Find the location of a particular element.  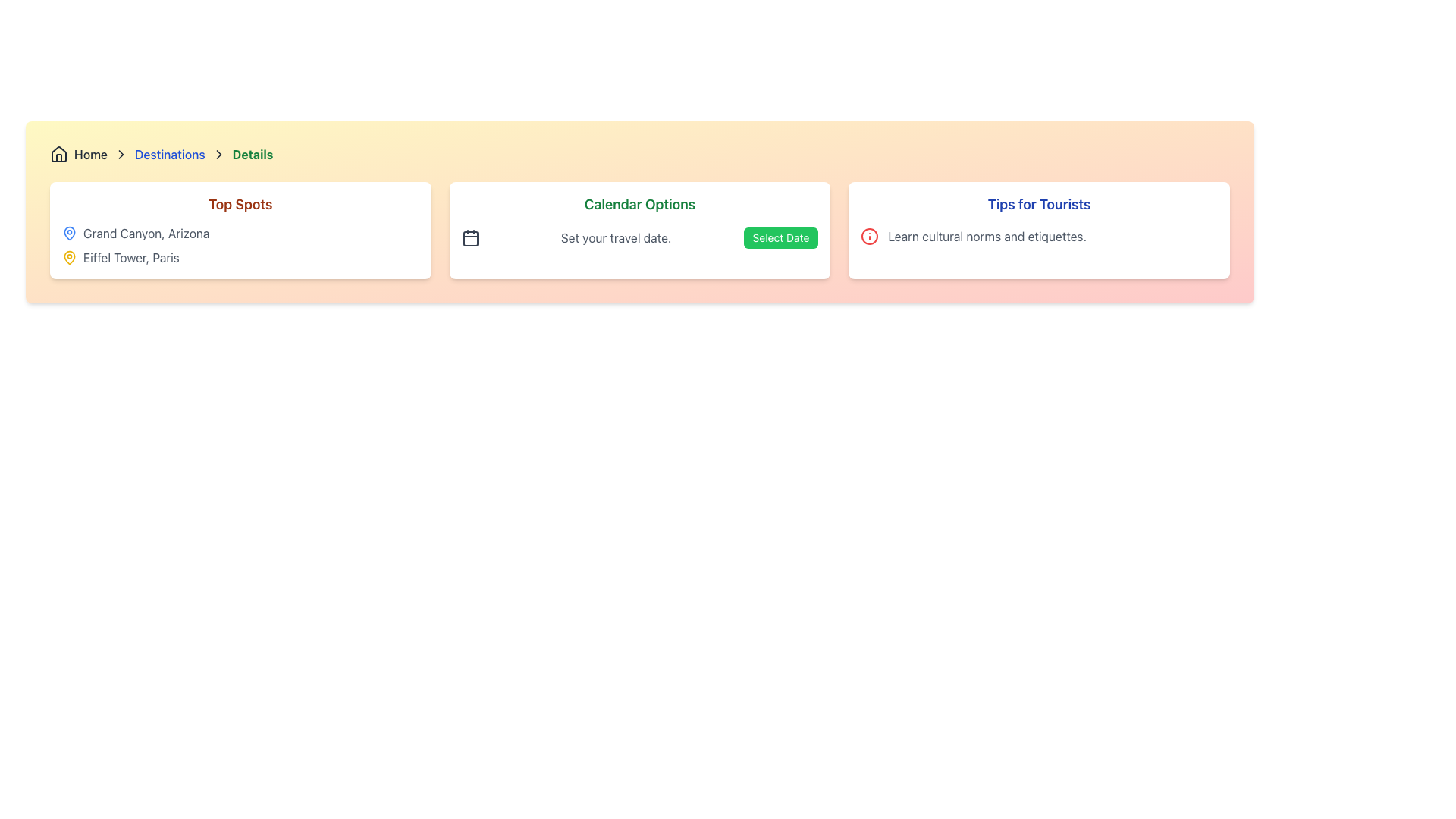

the calendar icon located in the 'Calendar Options' section, which has a dark gray stroke and is positioned to the left of the text 'Set your travel date.' is located at coordinates (469, 237).